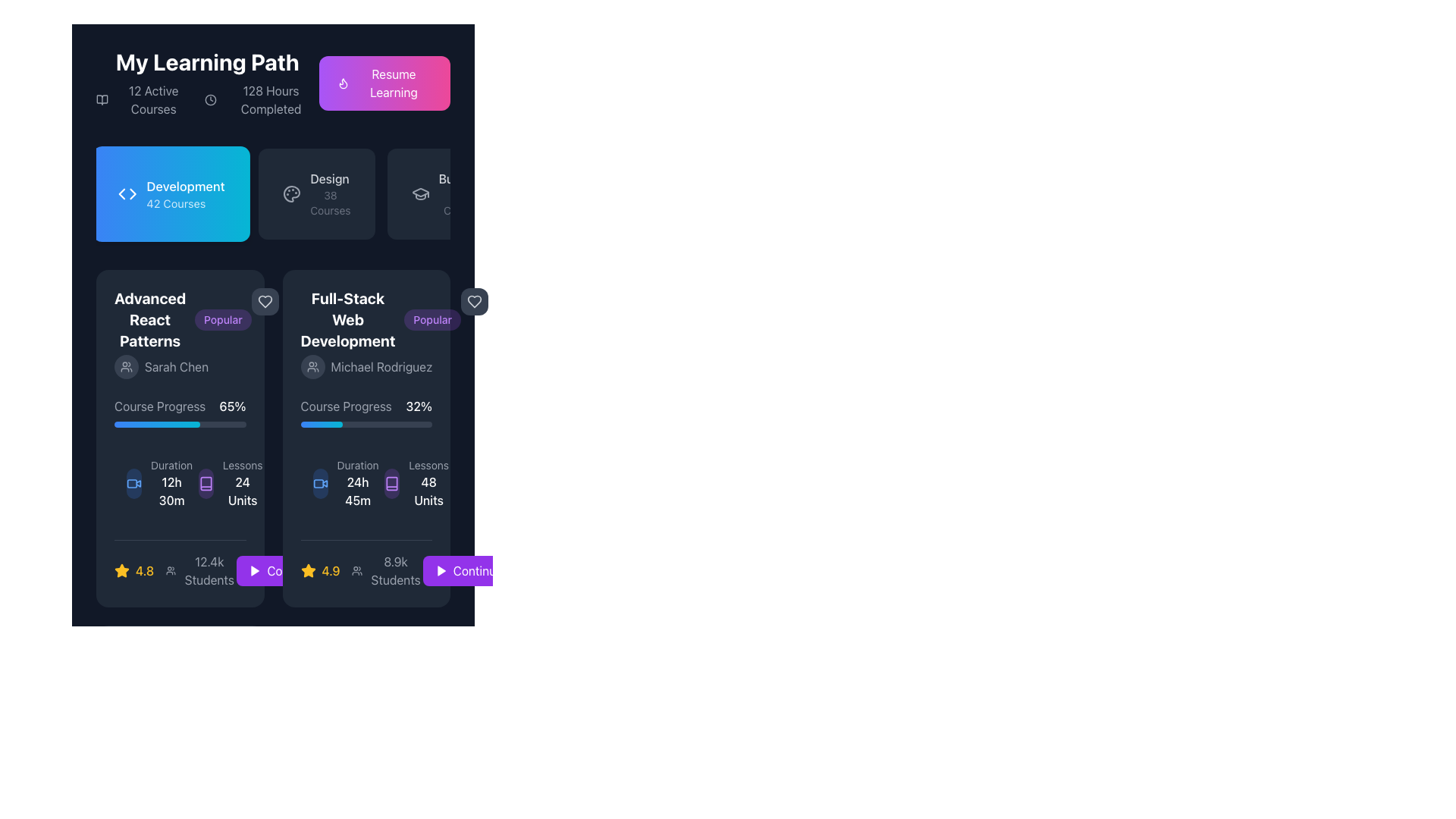 This screenshot has height=819, width=1456. Describe the element at coordinates (357, 464) in the screenshot. I see `the static text label indicating the duration of the course, which is positioned above the '24h 45m' text in the course card for 'Full-Stack Web Development.'` at that location.